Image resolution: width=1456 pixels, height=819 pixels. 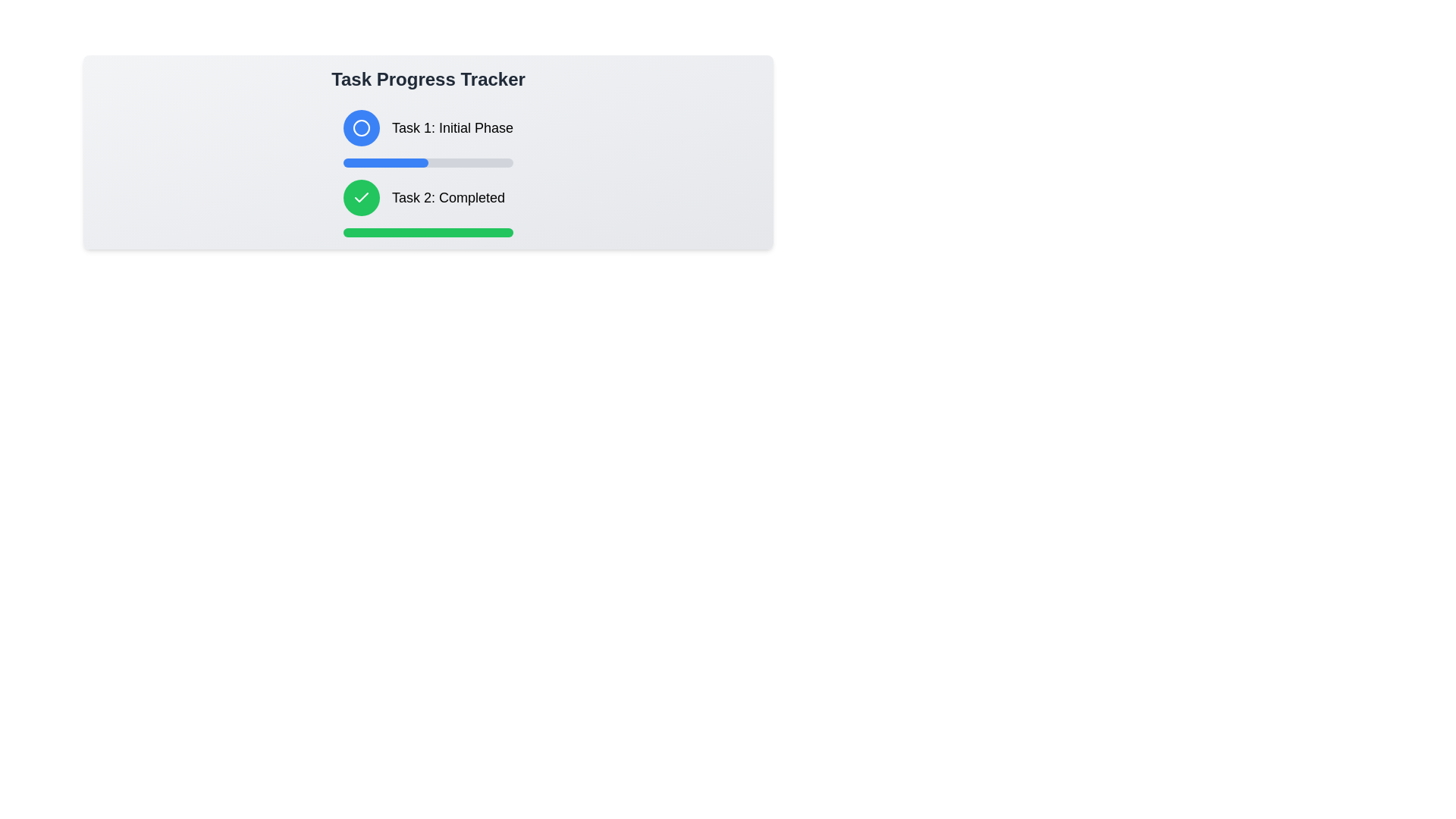 I want to click on the text label that displays 'Task 2: Completed', which is styled in a medium-sized, bold font and is located to the right of a green circular icon with a checkmark in the task progress widget, so click(x=447, y=197).